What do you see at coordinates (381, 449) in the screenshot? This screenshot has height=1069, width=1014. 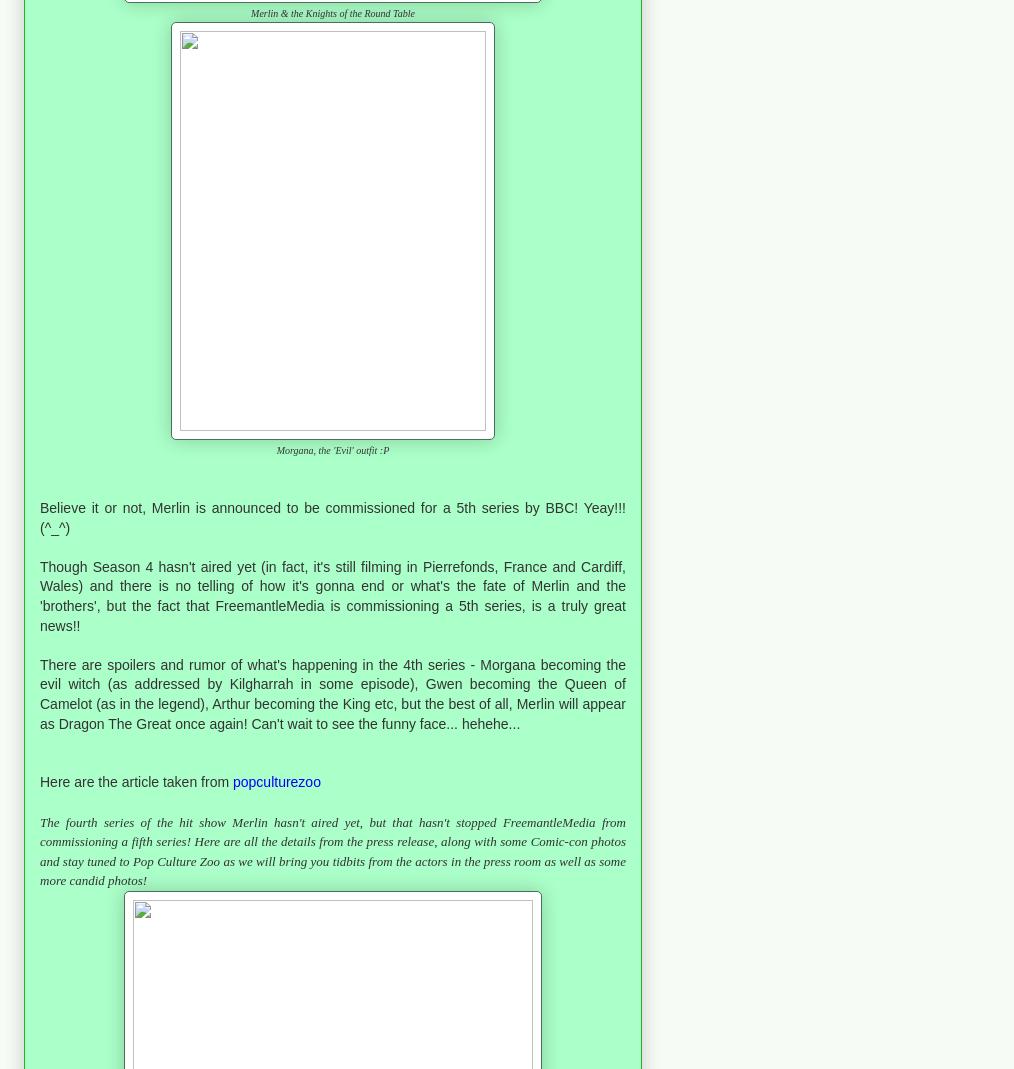 I see `':P'` at bounding box center [381, 449].